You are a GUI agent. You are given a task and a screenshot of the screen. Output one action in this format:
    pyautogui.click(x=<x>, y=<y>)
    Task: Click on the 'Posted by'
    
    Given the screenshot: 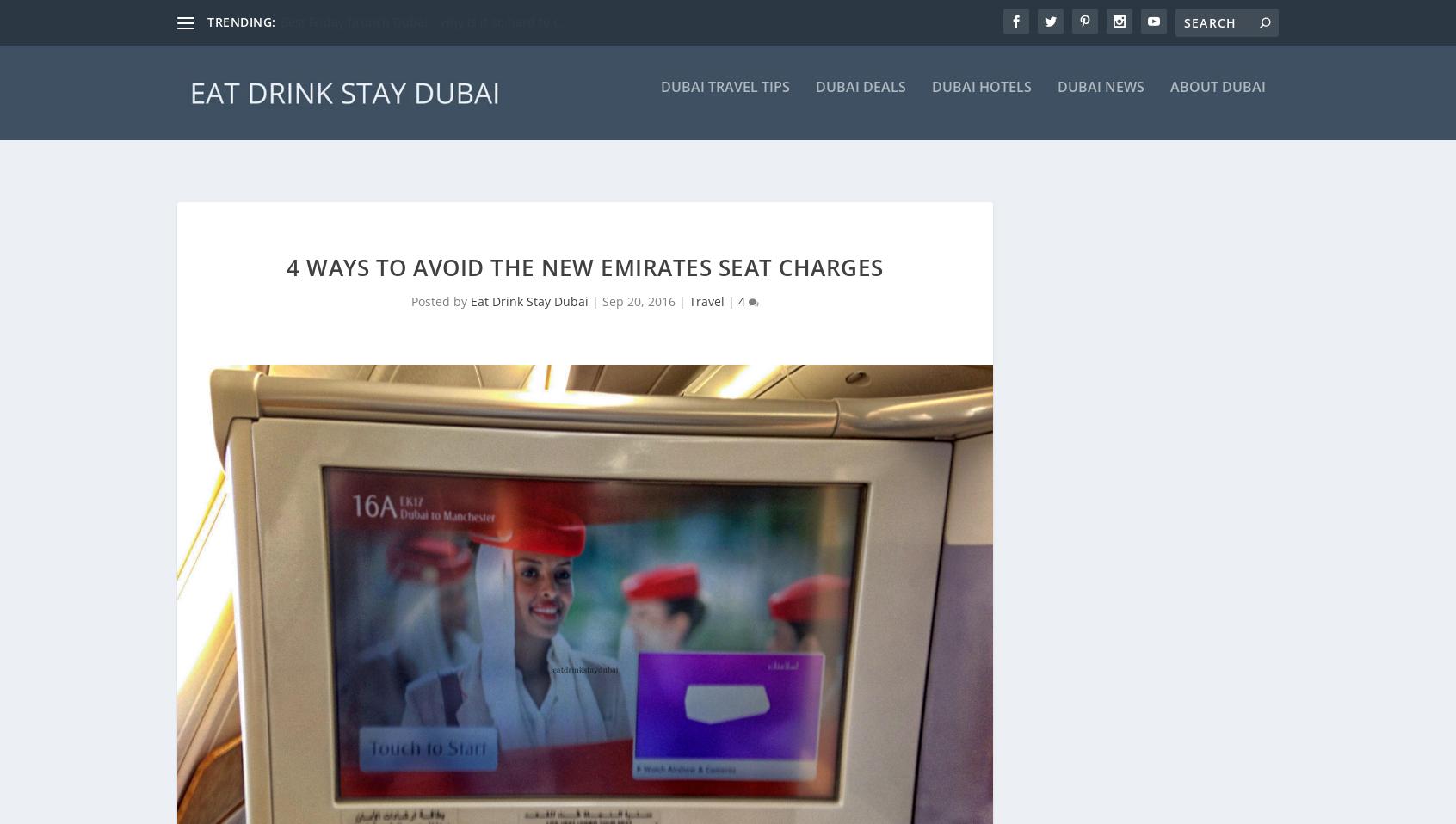 What is the action you would take?
    pyautogui.click(x=441, y=273)
    